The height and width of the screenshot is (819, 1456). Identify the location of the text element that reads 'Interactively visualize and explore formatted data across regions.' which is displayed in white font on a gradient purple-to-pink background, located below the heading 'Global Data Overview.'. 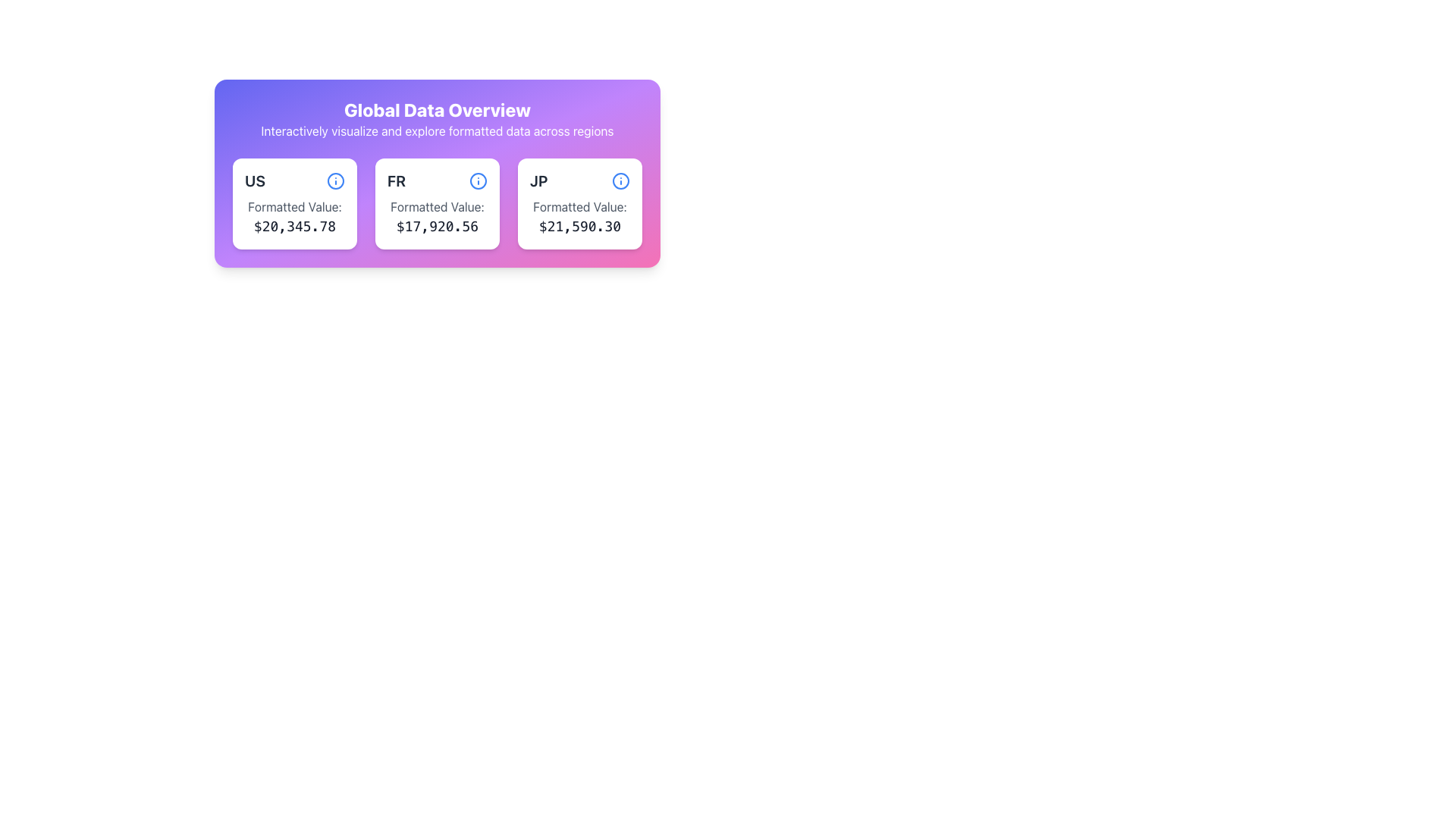
(436, 130).